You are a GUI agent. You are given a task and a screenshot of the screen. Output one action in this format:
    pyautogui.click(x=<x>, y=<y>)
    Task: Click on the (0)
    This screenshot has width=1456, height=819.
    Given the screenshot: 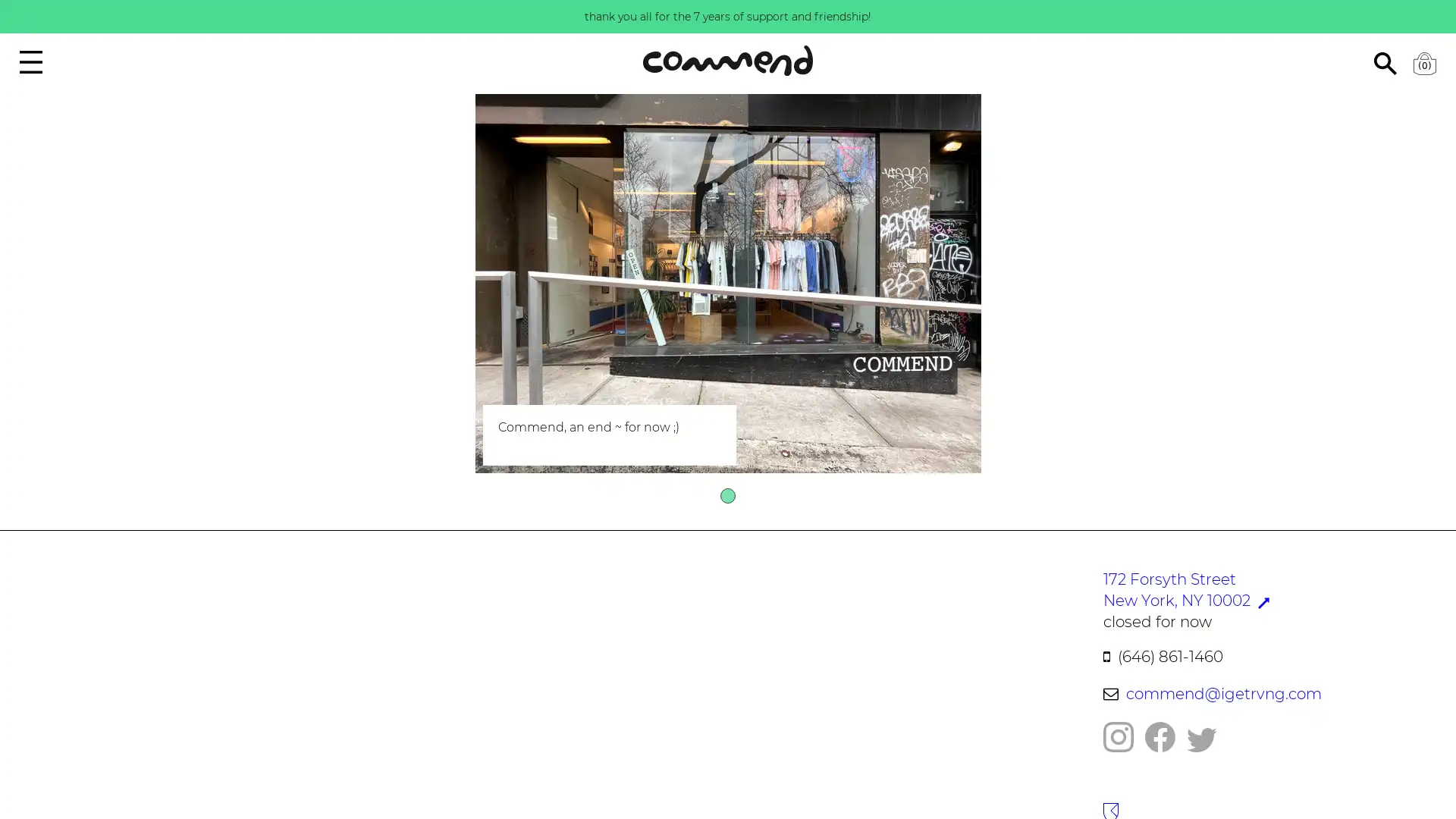 What is the action you would take?
    pyautogui.click(x=1423, y=63)
    